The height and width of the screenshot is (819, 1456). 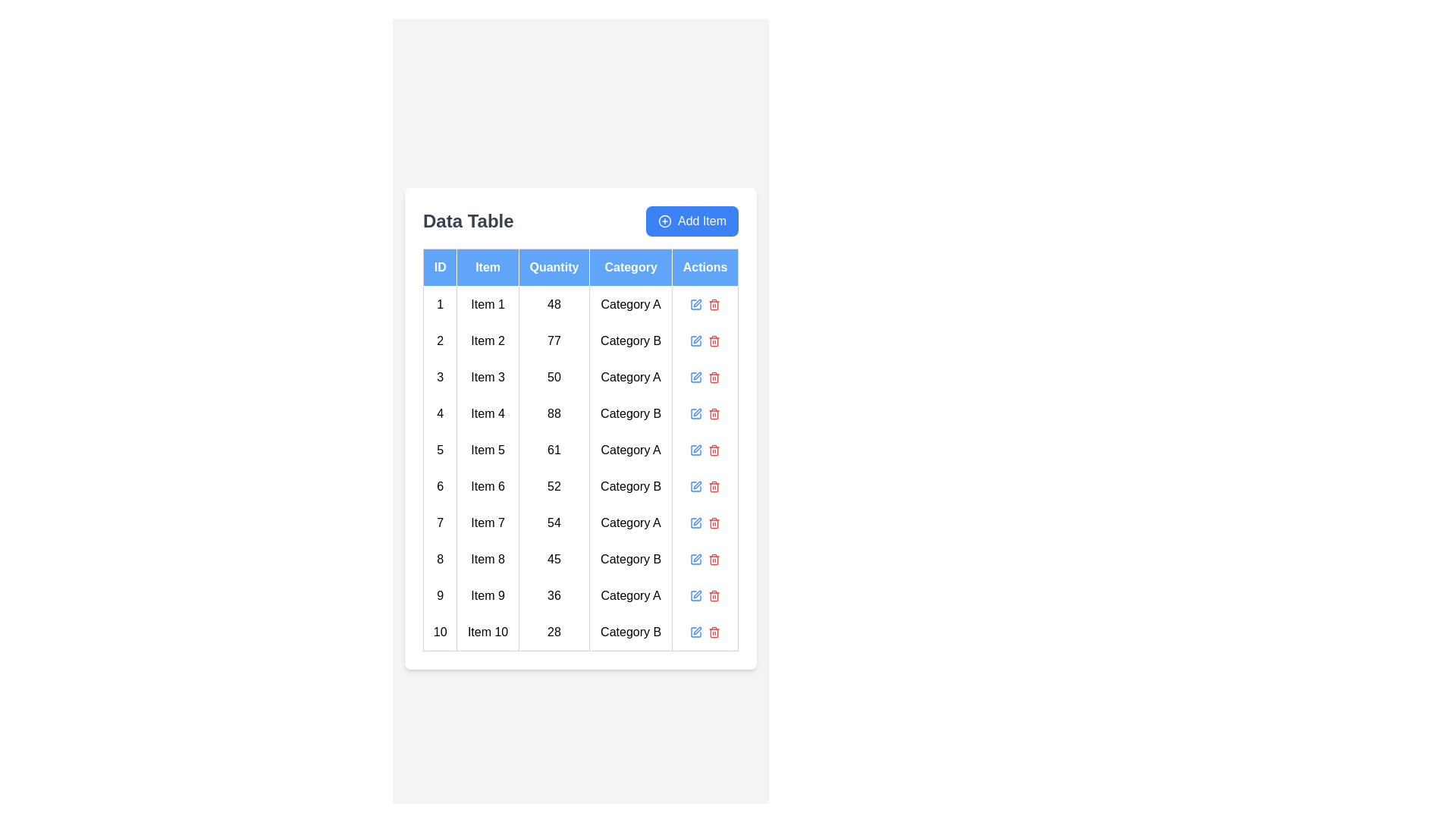 I want to click on the text label 'Actions', which is the fifth column header in a table with a blue background and white text, located at the top-right corner of the header row, so click(x=704, y=266).